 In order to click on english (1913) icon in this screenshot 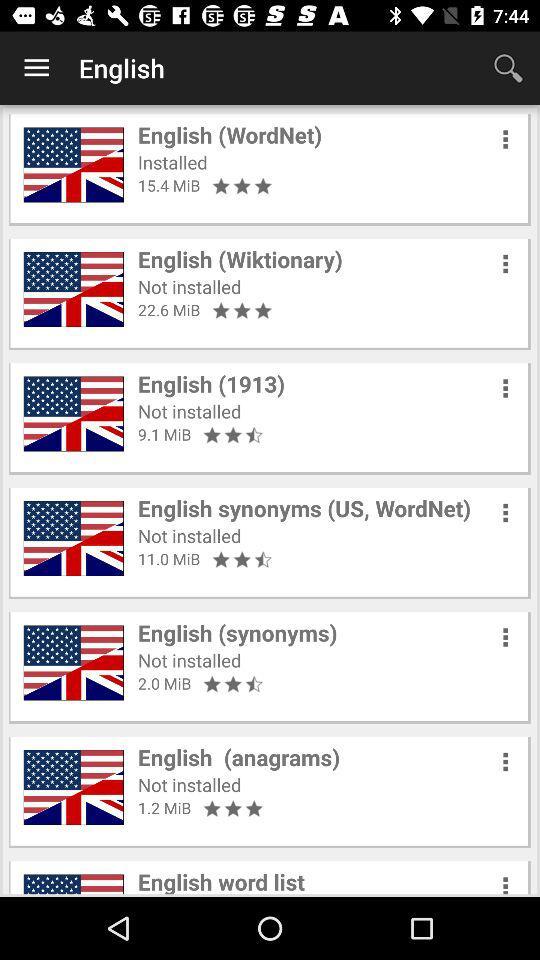, I will do `click(210, 382)`.